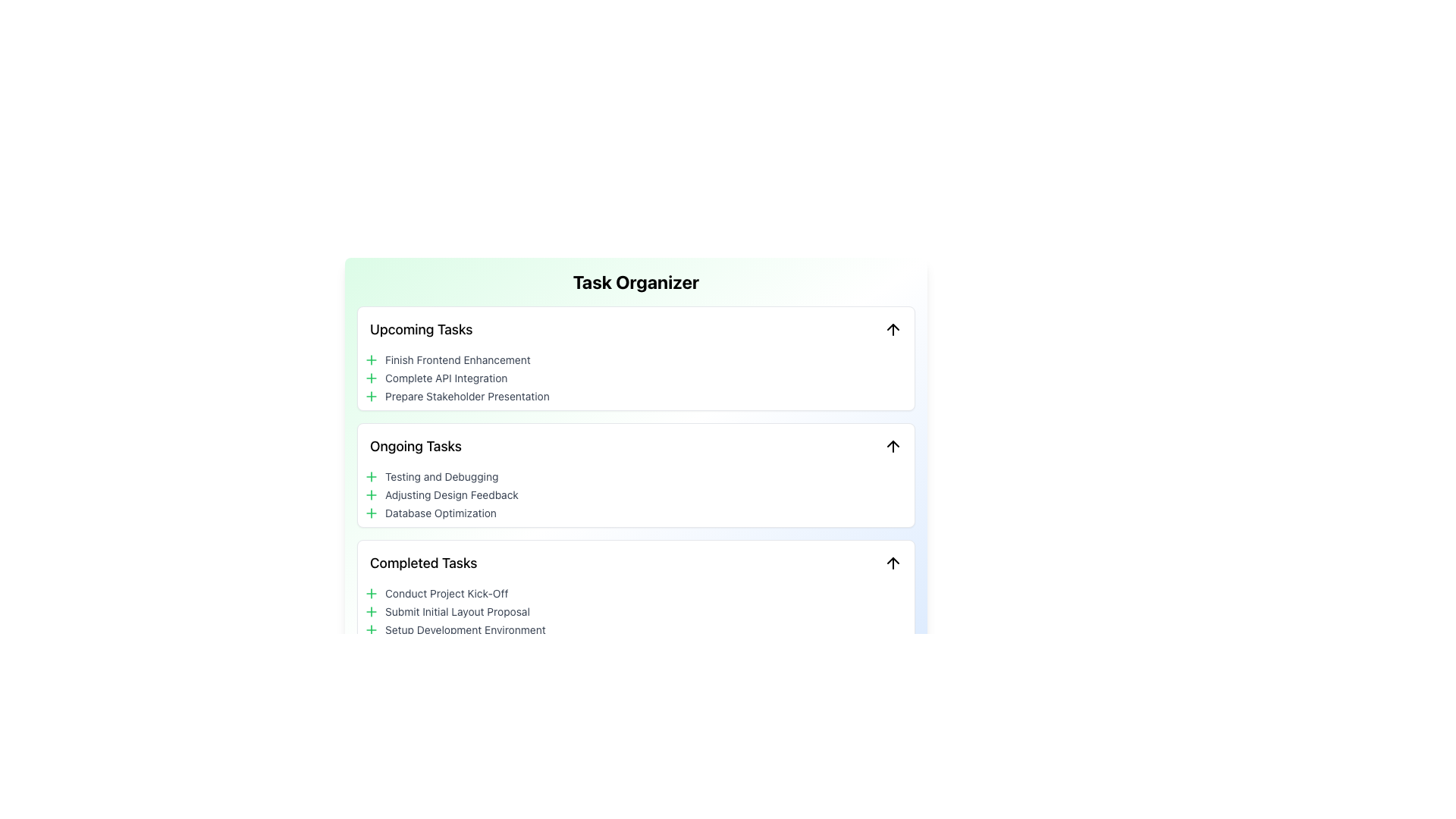 The width and height of the screenshot is (1456, 819). What do you see at coordinates (636, 359) in the screenshot?
I see `the first item in the 'Upcoming Tasks' section, which represents the task 'Finish Frontend Enhancement'` at bounding box center [636, 359].